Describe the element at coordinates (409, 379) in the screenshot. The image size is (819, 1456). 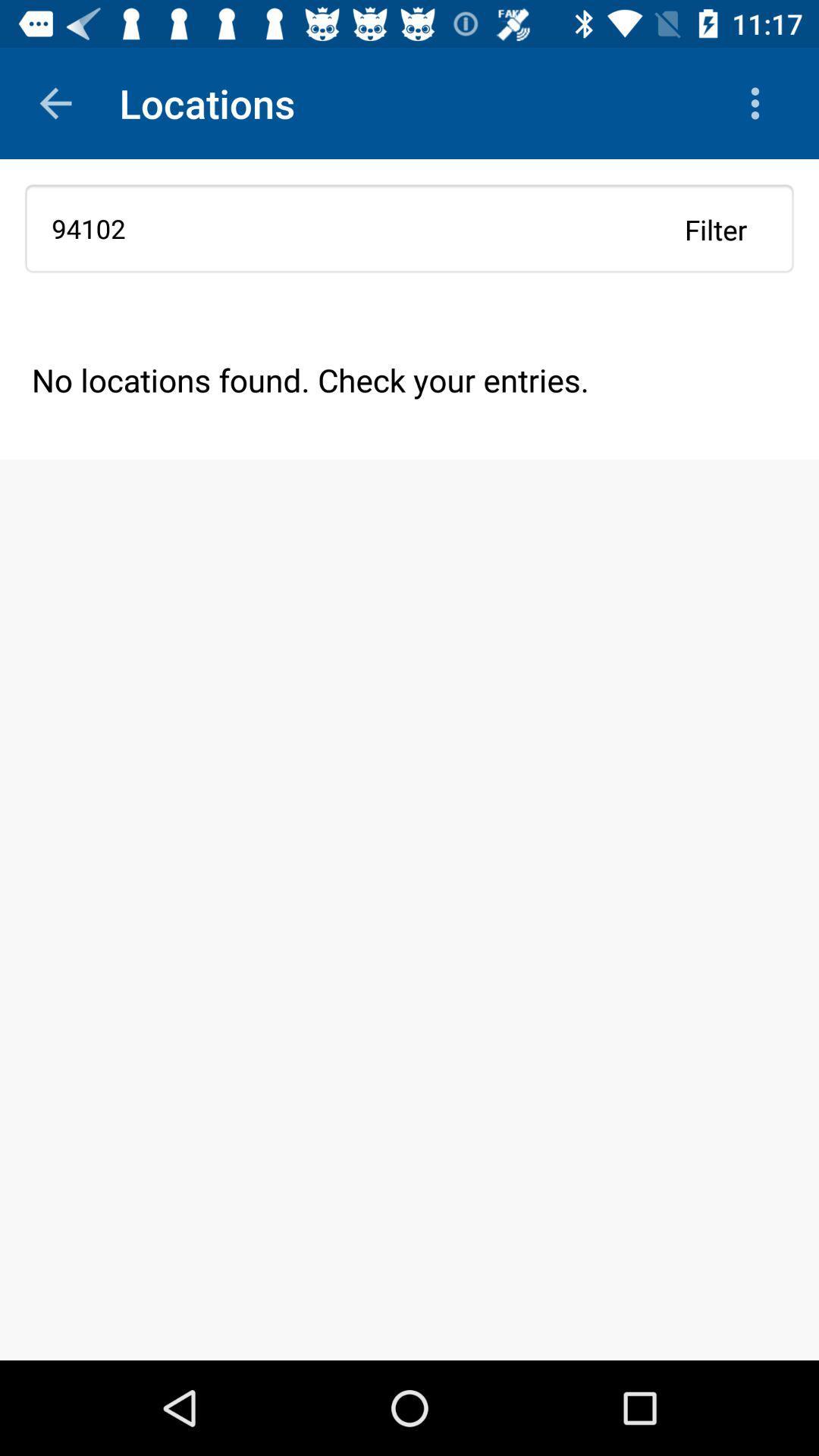
I see `icon below filter item` at that location.